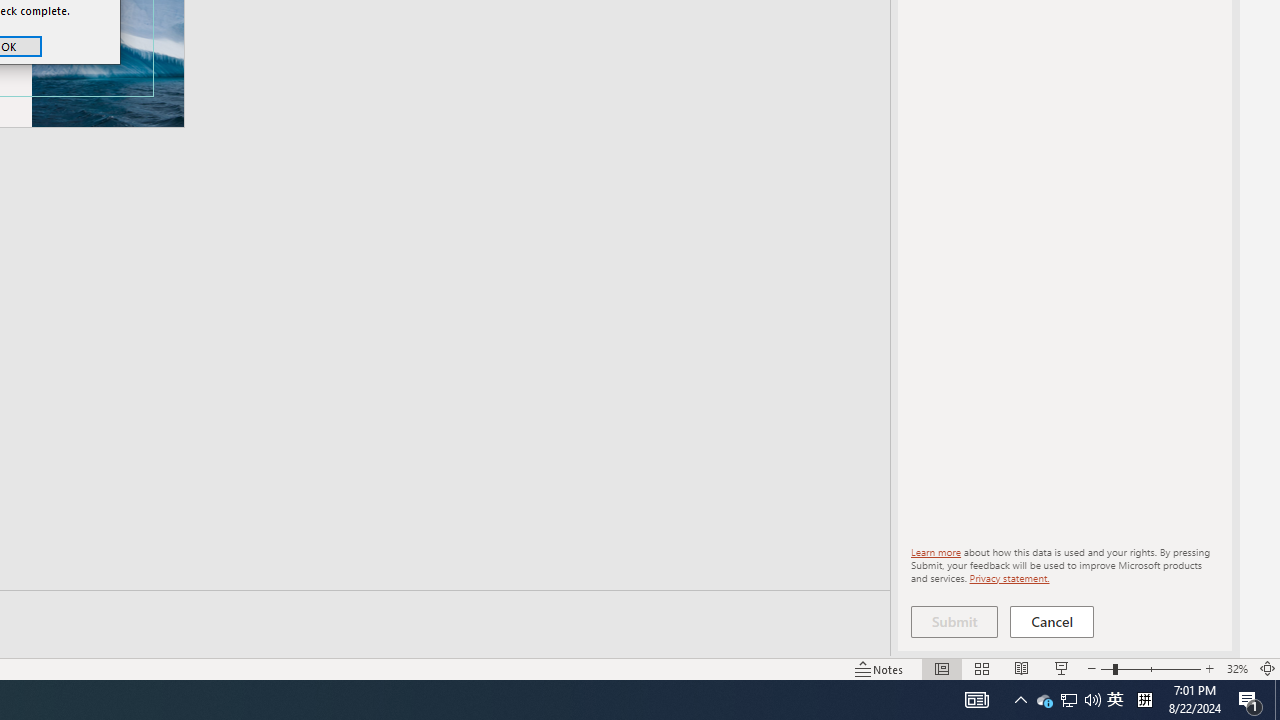 The image size is (1280, 720). Describe the element at coordinates (1236, 669) in the screenshot. I see `'Zoom 32%'` at that location.